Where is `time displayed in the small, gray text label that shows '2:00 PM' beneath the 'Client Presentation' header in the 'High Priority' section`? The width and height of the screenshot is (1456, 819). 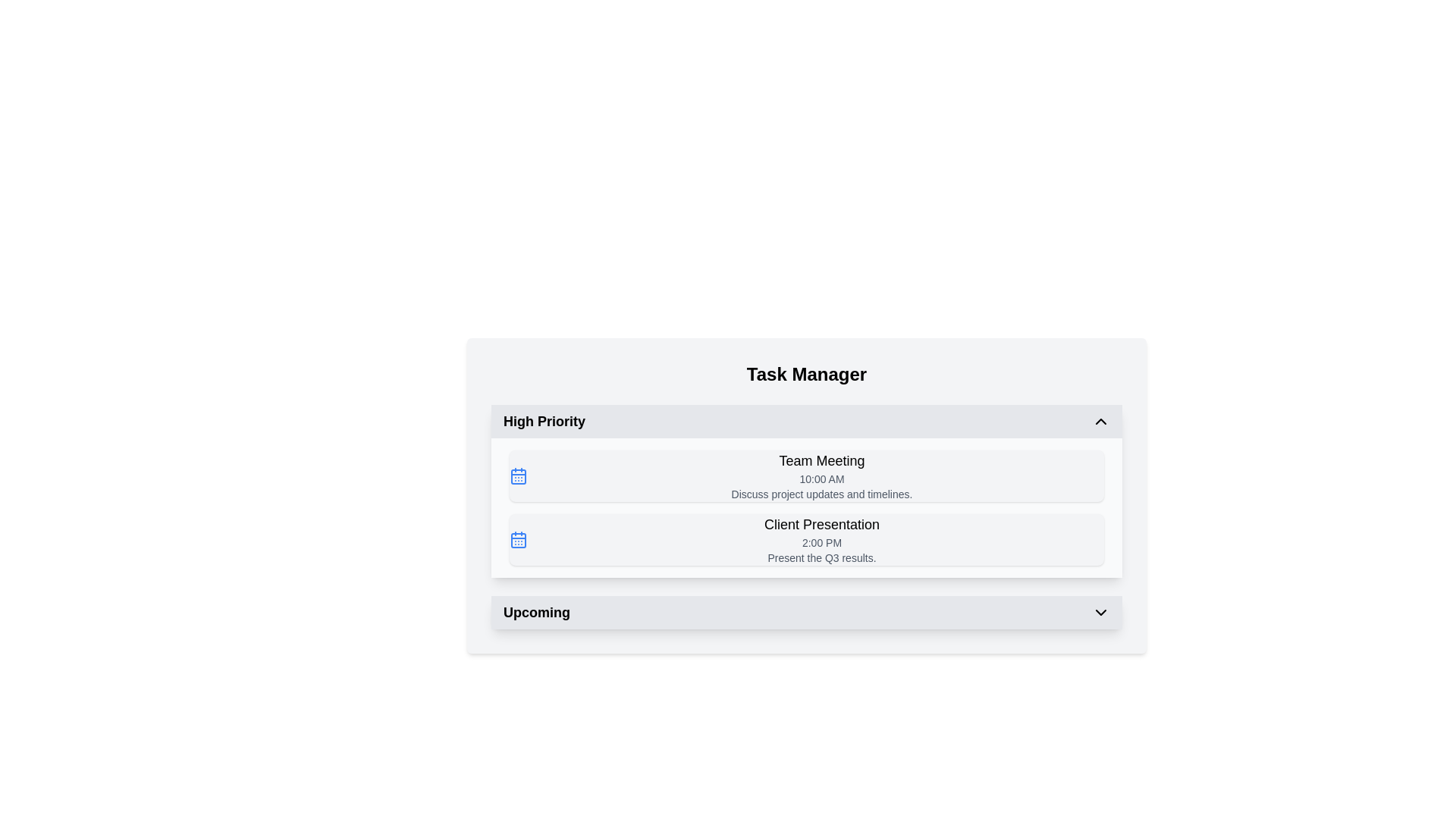 time displayed in the small, gray text label that shows '2:00 PM' beneath the 'Client Presentation' header in the 'High Priority' section is located at coordinates (821, 542).